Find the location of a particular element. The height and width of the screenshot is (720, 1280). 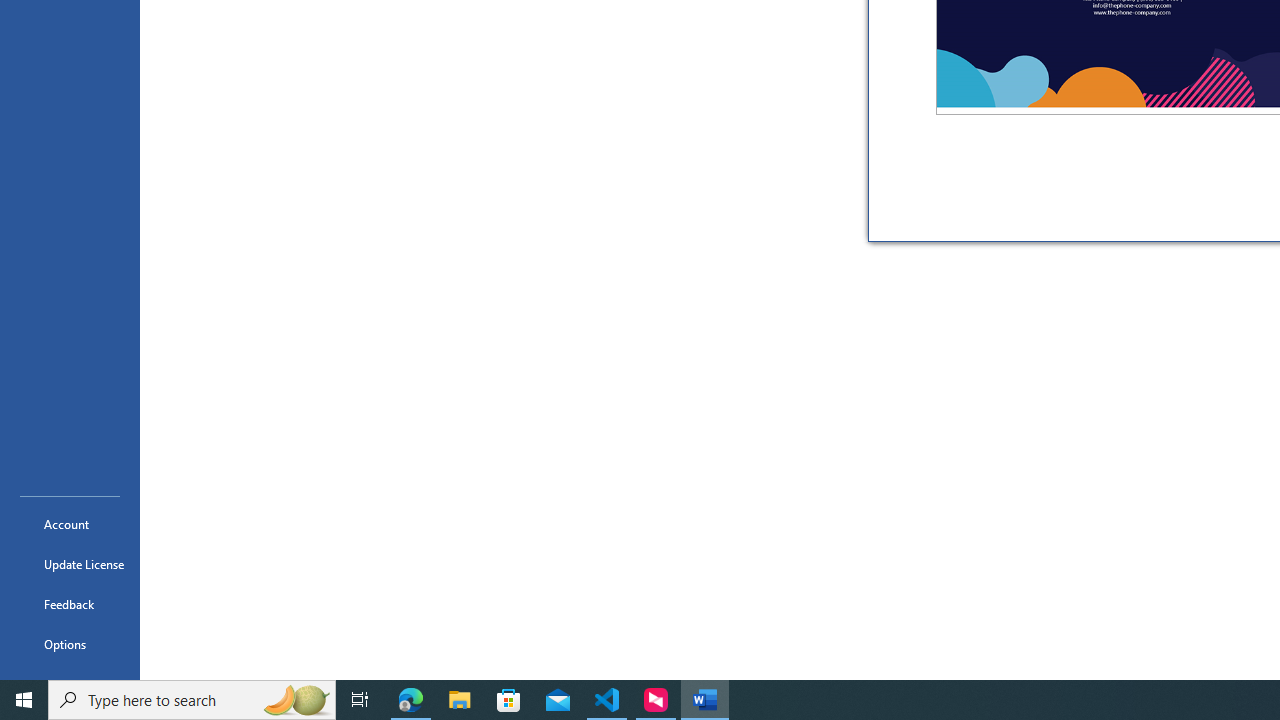

'Type here to search' is located at coordinates (192, 698).